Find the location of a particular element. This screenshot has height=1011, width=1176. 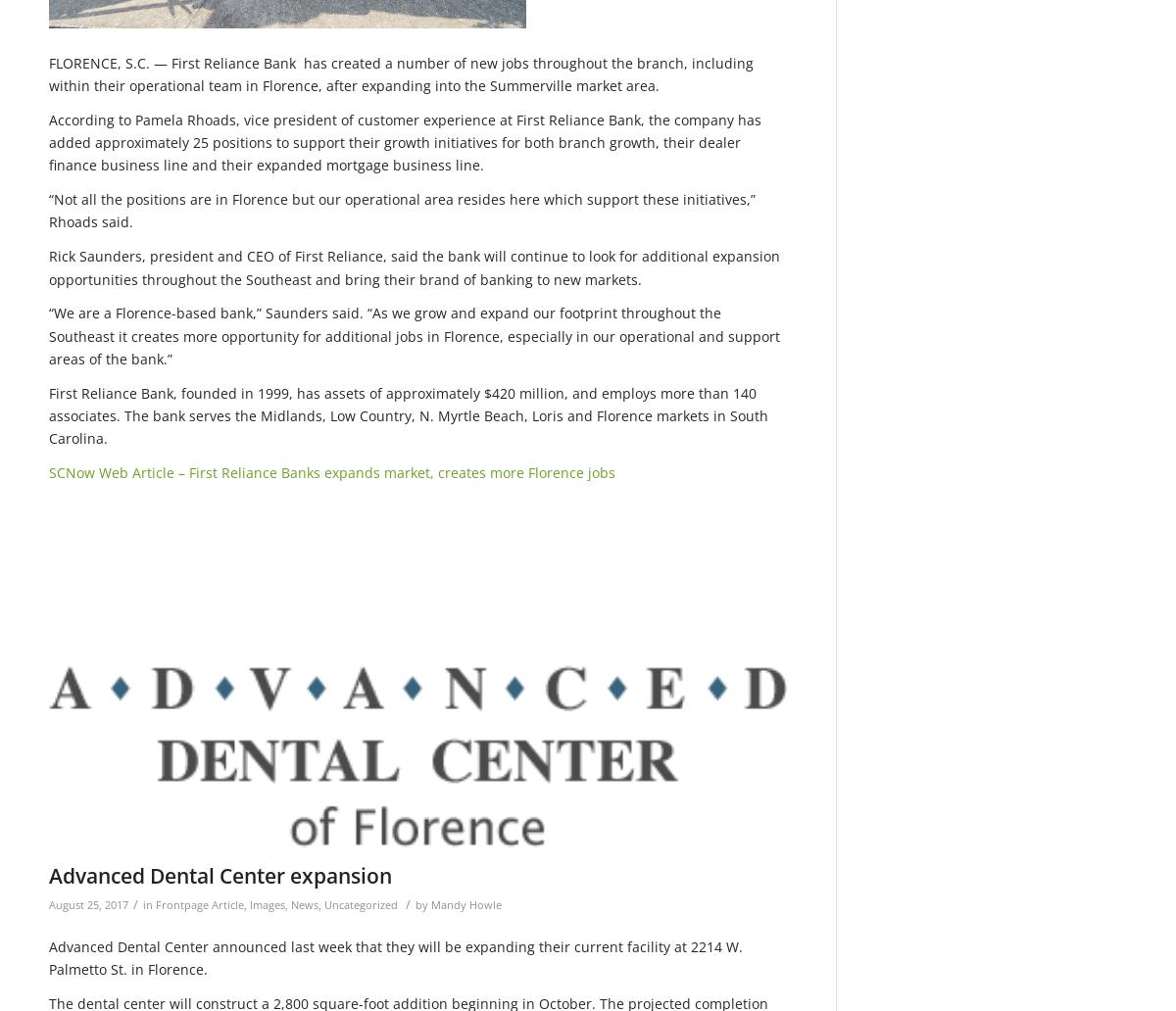

'Frontpage Article' is located at coordinates (199, 902).